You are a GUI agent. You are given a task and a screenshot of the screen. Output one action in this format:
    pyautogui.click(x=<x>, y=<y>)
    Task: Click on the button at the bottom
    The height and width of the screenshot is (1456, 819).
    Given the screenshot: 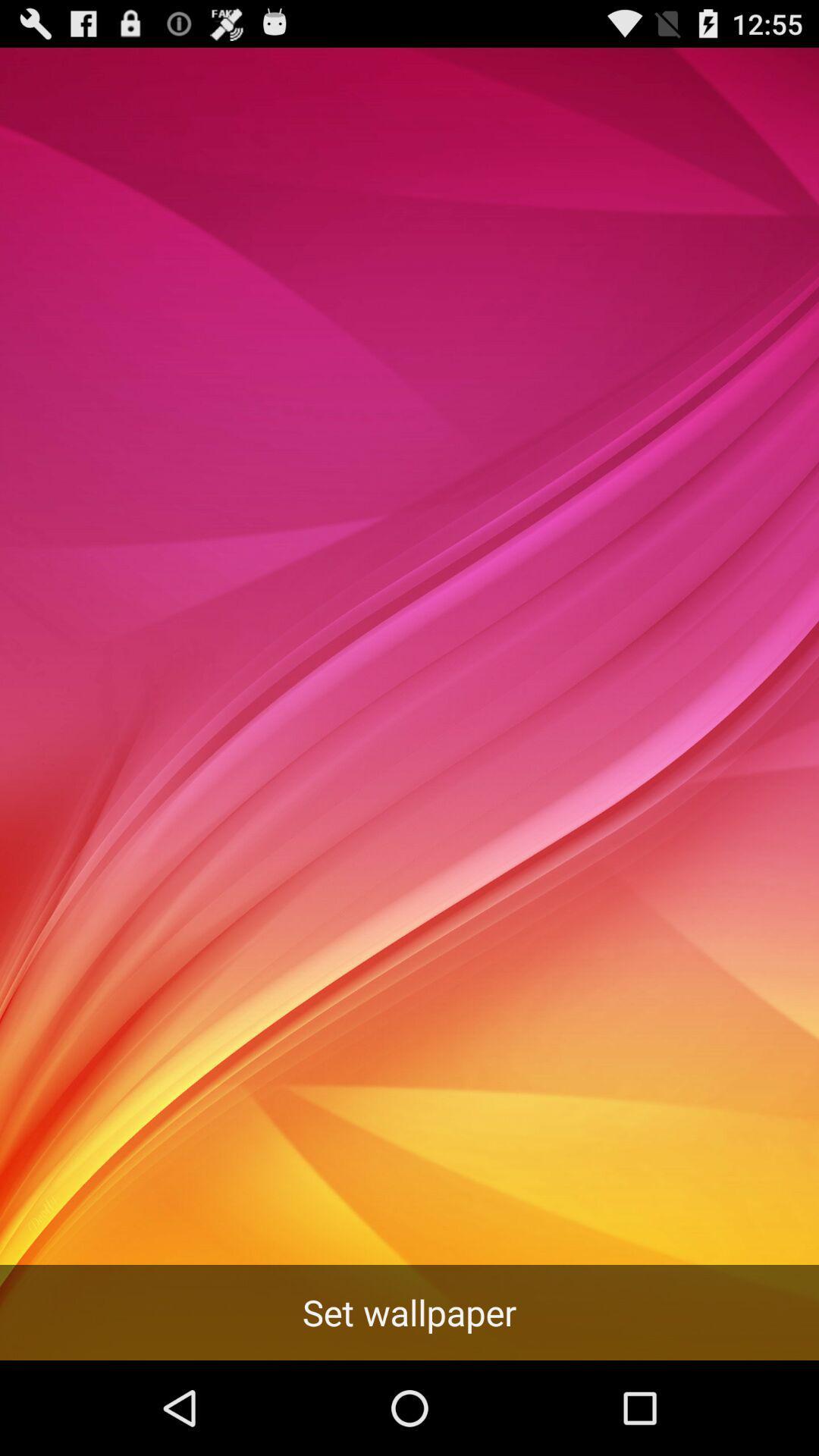 What is the action you would take?
    pyautogui.click(x=409, y=1312)
    